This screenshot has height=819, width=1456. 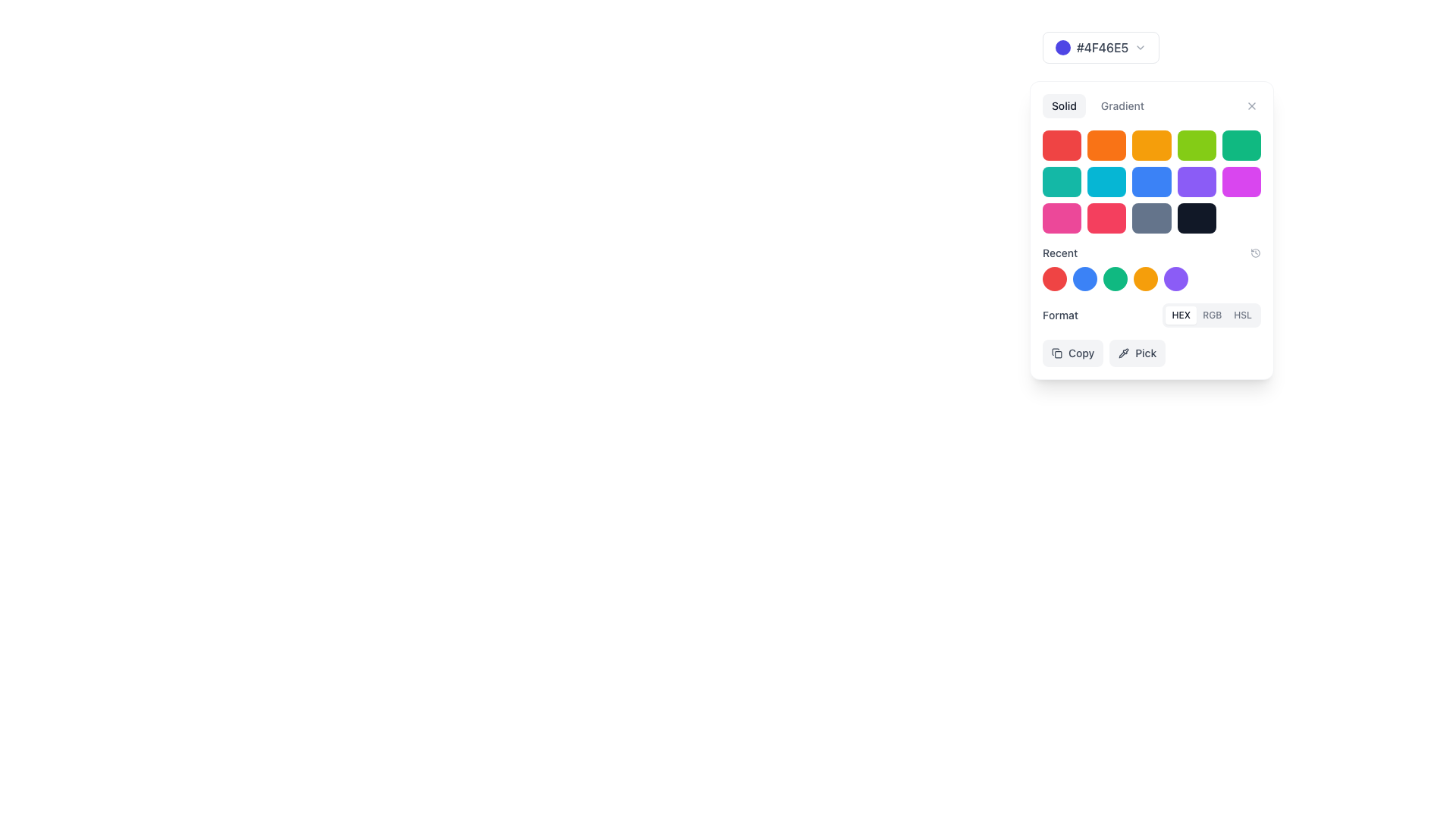 What do you see at coordinates (1175, 278) in the screenshot?
I see `the interactive purple circular button with a gray ring hover effect, which is the fifth button in a row of five circular buttons` at bounding box center [1175, 278].